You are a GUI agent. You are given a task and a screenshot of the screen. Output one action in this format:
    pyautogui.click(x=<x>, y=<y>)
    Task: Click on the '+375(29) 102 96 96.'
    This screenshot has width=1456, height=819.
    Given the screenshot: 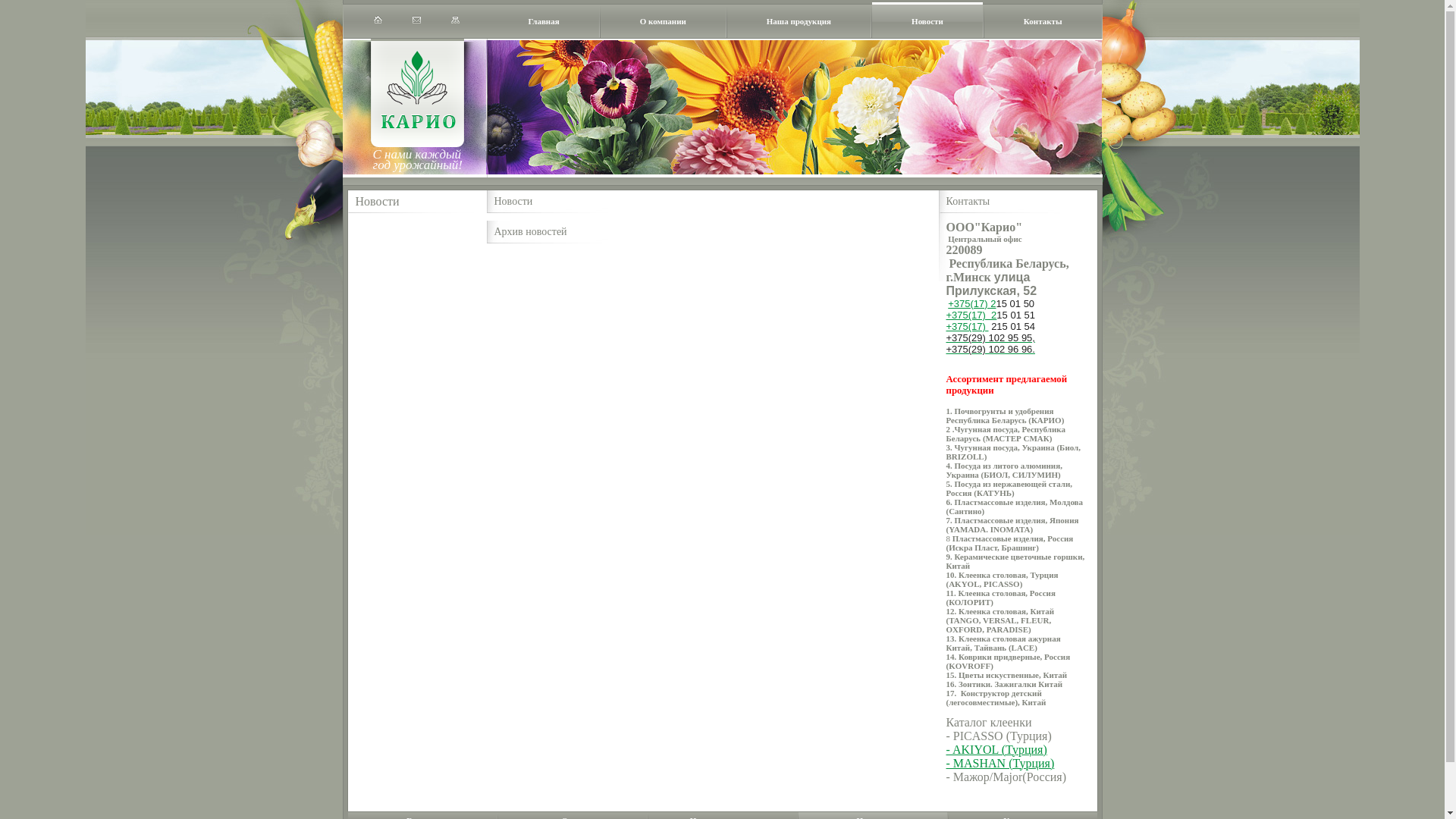 What is the action you would take?
    pyautogui.click(x=990, y=350)
    